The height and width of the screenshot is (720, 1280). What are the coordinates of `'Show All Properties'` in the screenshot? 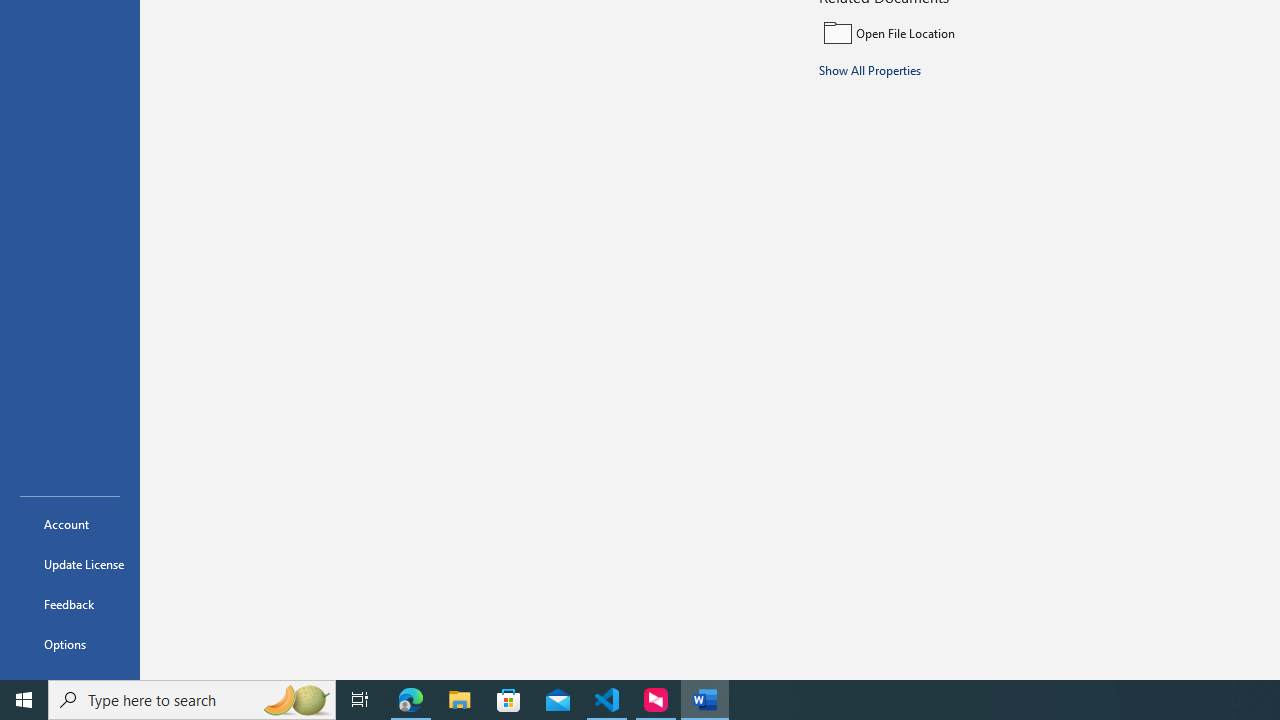 It's located at (871, 68).